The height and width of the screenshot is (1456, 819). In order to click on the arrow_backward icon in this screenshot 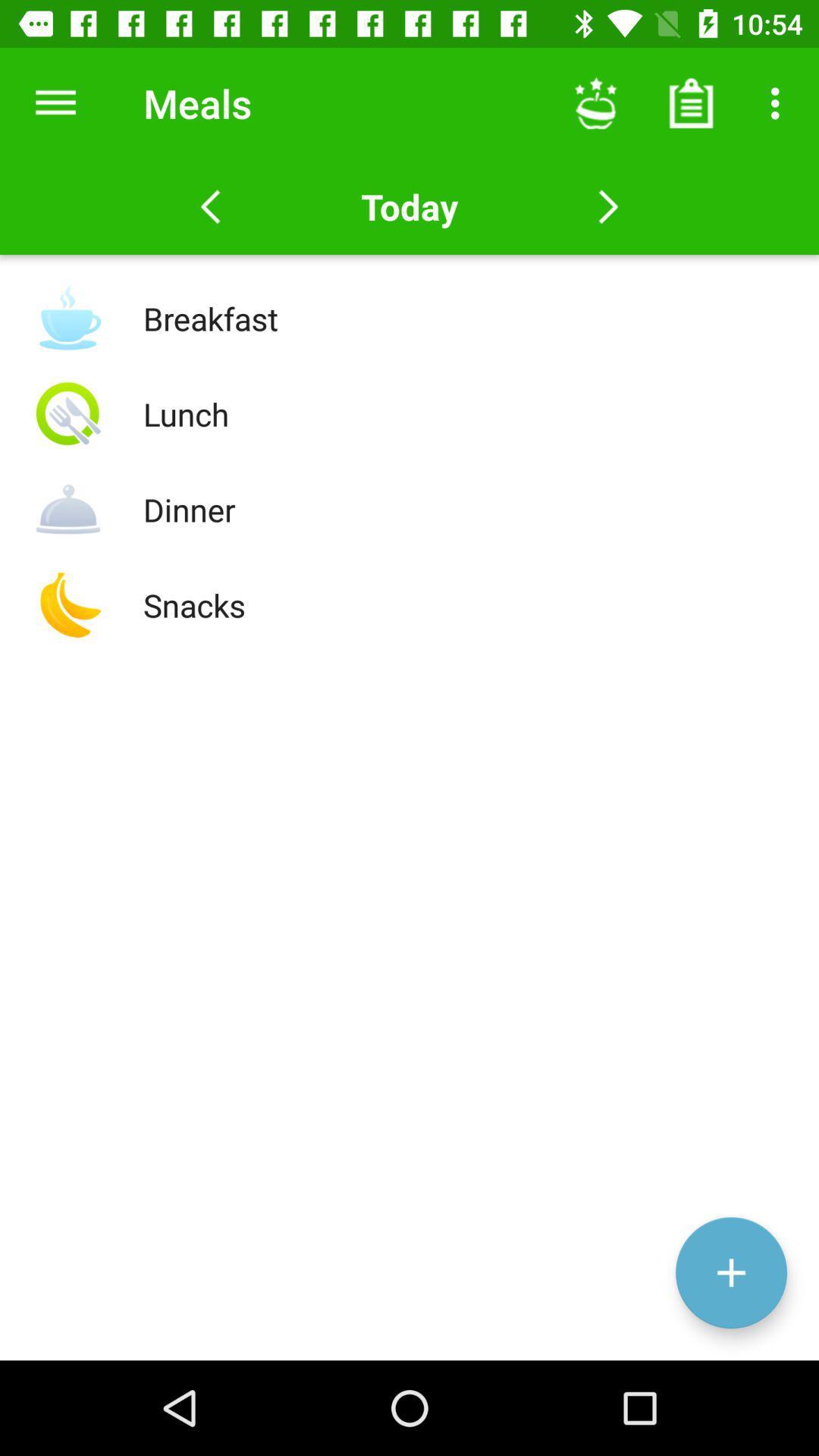, I will do `click(210, 206)`.